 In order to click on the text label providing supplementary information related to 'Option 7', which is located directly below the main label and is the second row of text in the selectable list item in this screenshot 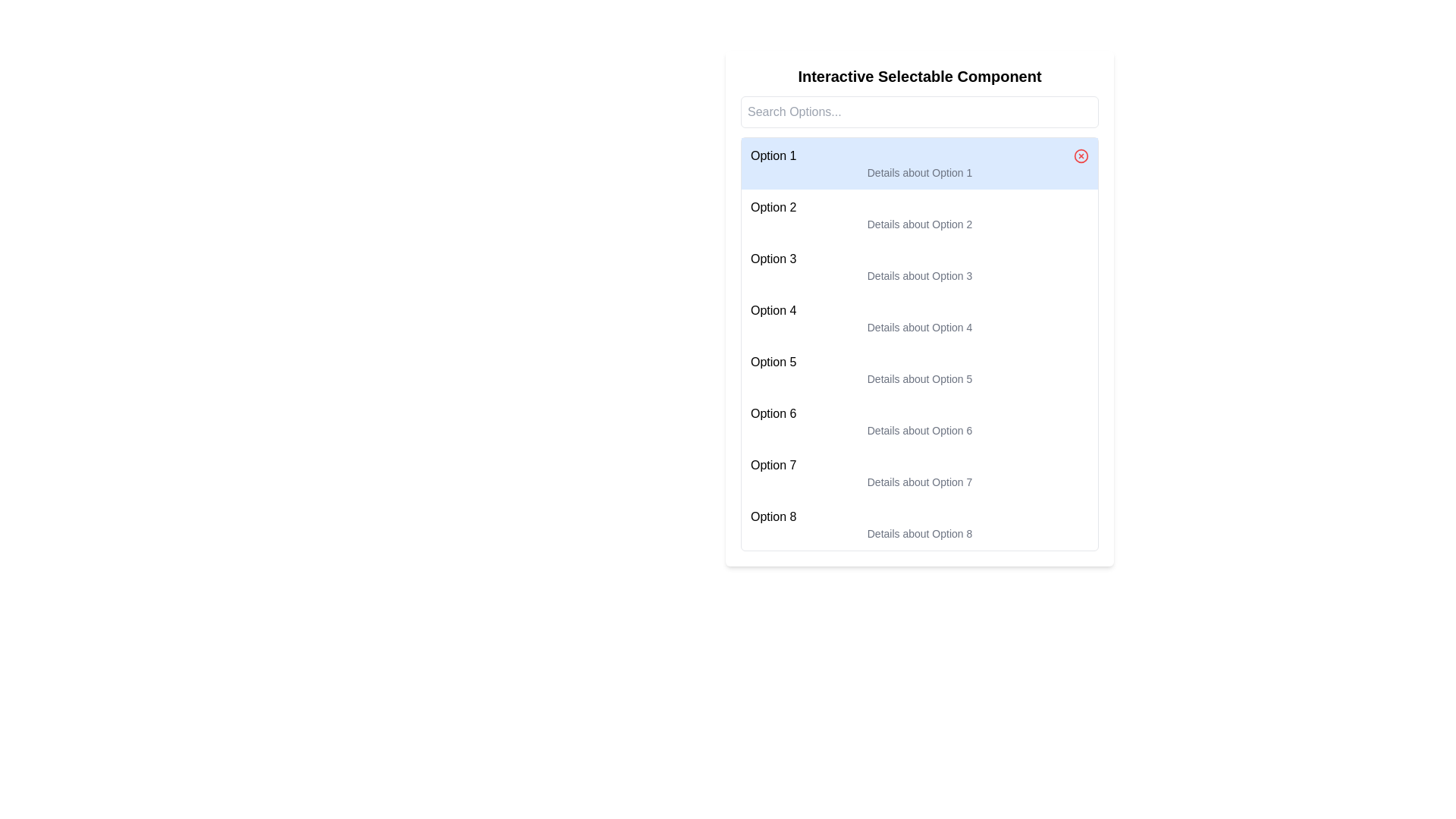, I will do `click(919, 482)`.